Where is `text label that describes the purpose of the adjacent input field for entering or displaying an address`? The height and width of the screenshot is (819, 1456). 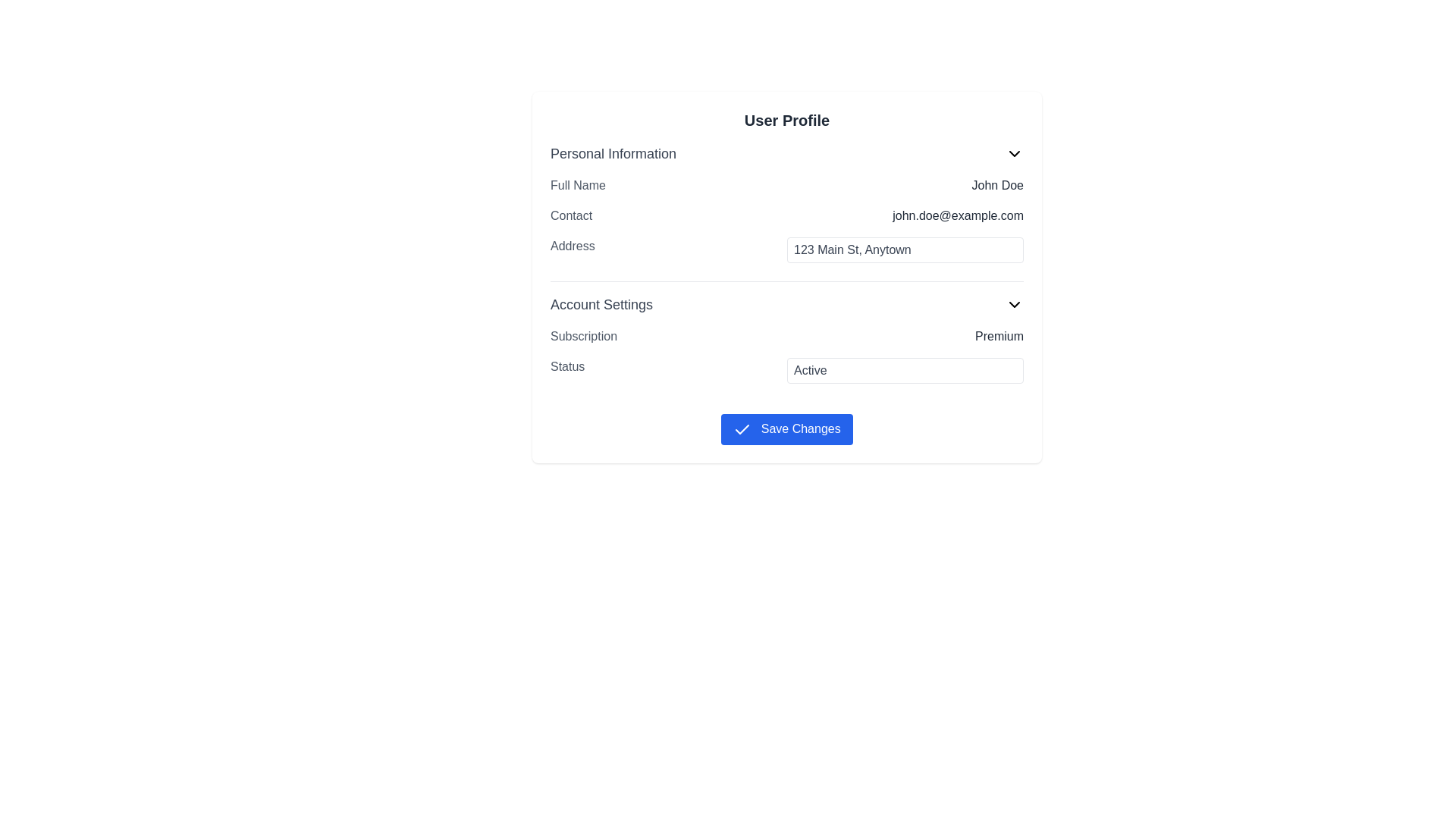
text label that describes the purpose of the adjacent input field for entering or displaying an address is located at coordinates (572, 249).